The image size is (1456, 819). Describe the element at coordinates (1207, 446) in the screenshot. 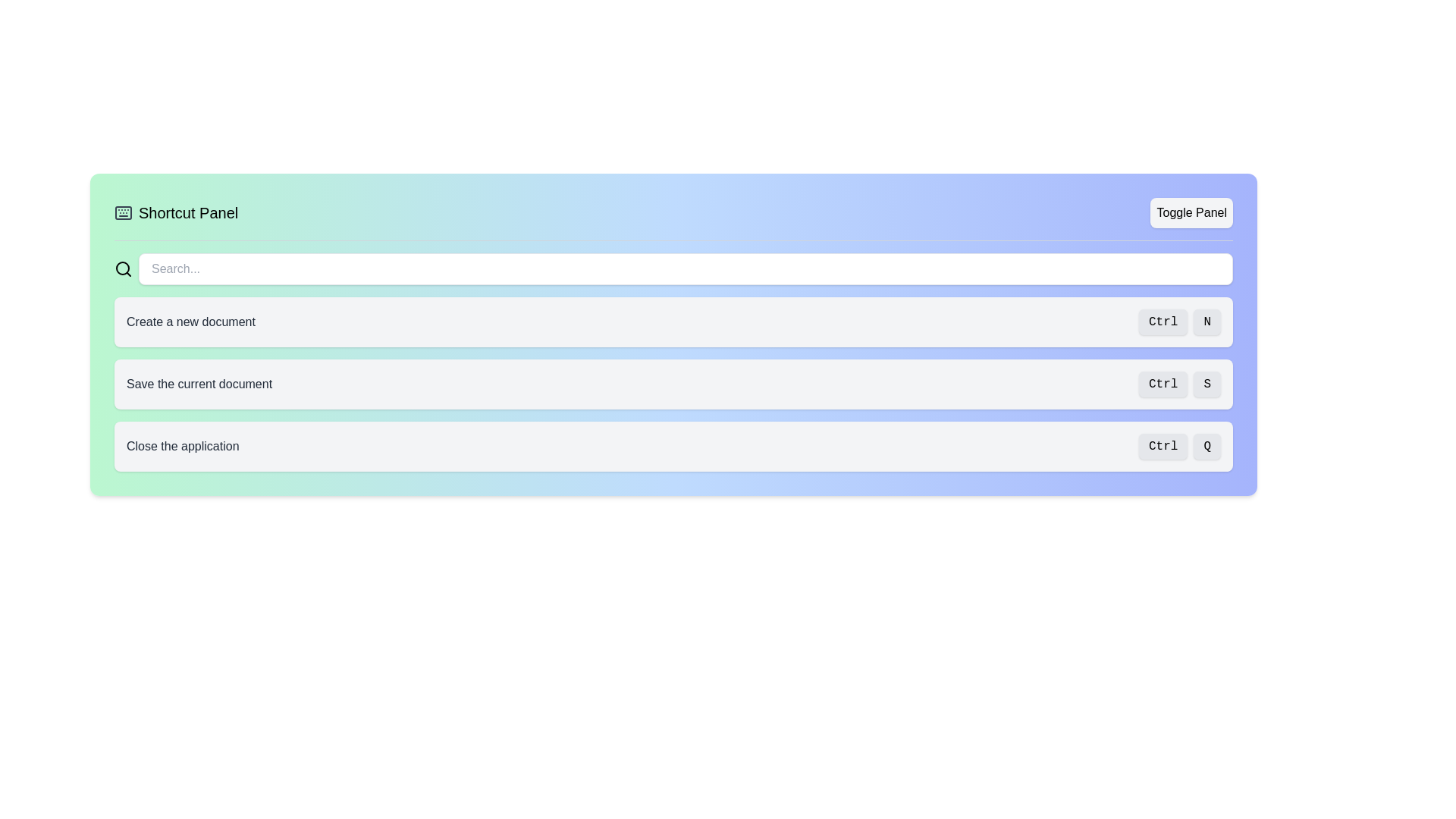

I see `the static UI label styled as a button with the text 'Q', which is a small rectangular button with a light gray background located to the right of the 'Ctrl' button on the same line as 'Close the application'` at that location.